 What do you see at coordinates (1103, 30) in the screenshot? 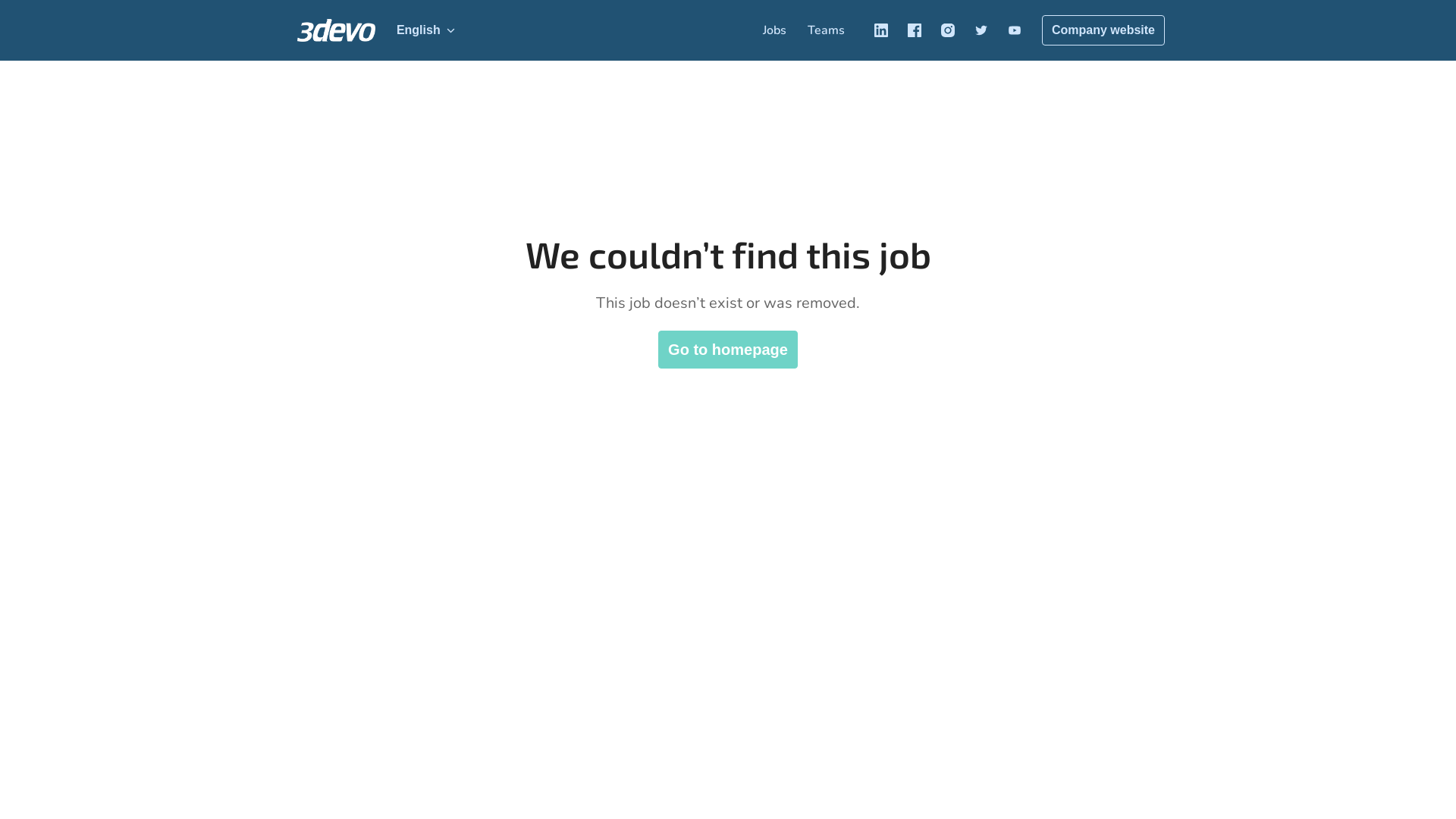
I see `'Company website'` at bounding box center [1103, 30].